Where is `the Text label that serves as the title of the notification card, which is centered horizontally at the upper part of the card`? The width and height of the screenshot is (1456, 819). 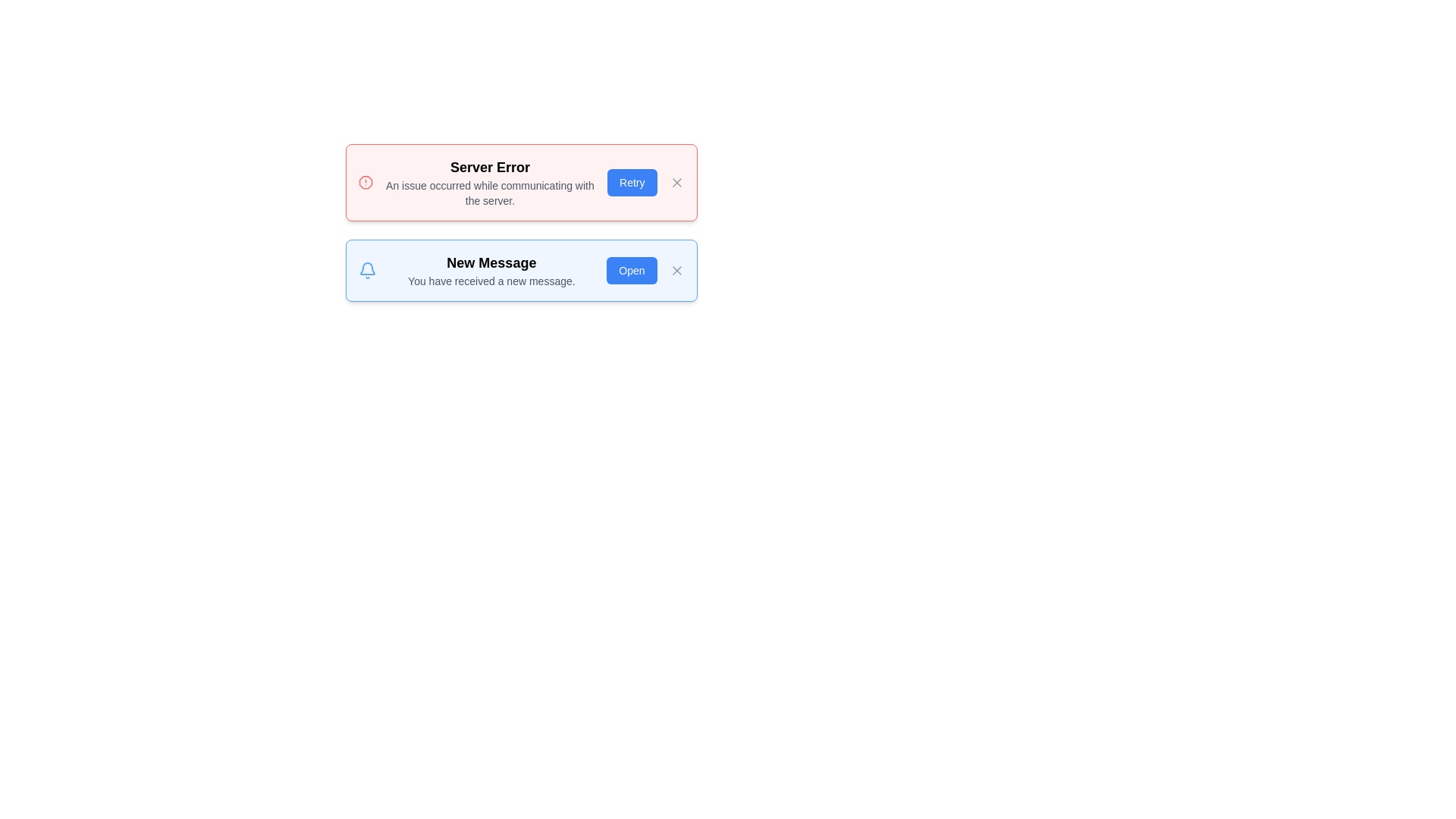
the Text label that serves as the title of the notification card, which is centered horizontally at the upper part of the card is located at coordinates (490, 167).